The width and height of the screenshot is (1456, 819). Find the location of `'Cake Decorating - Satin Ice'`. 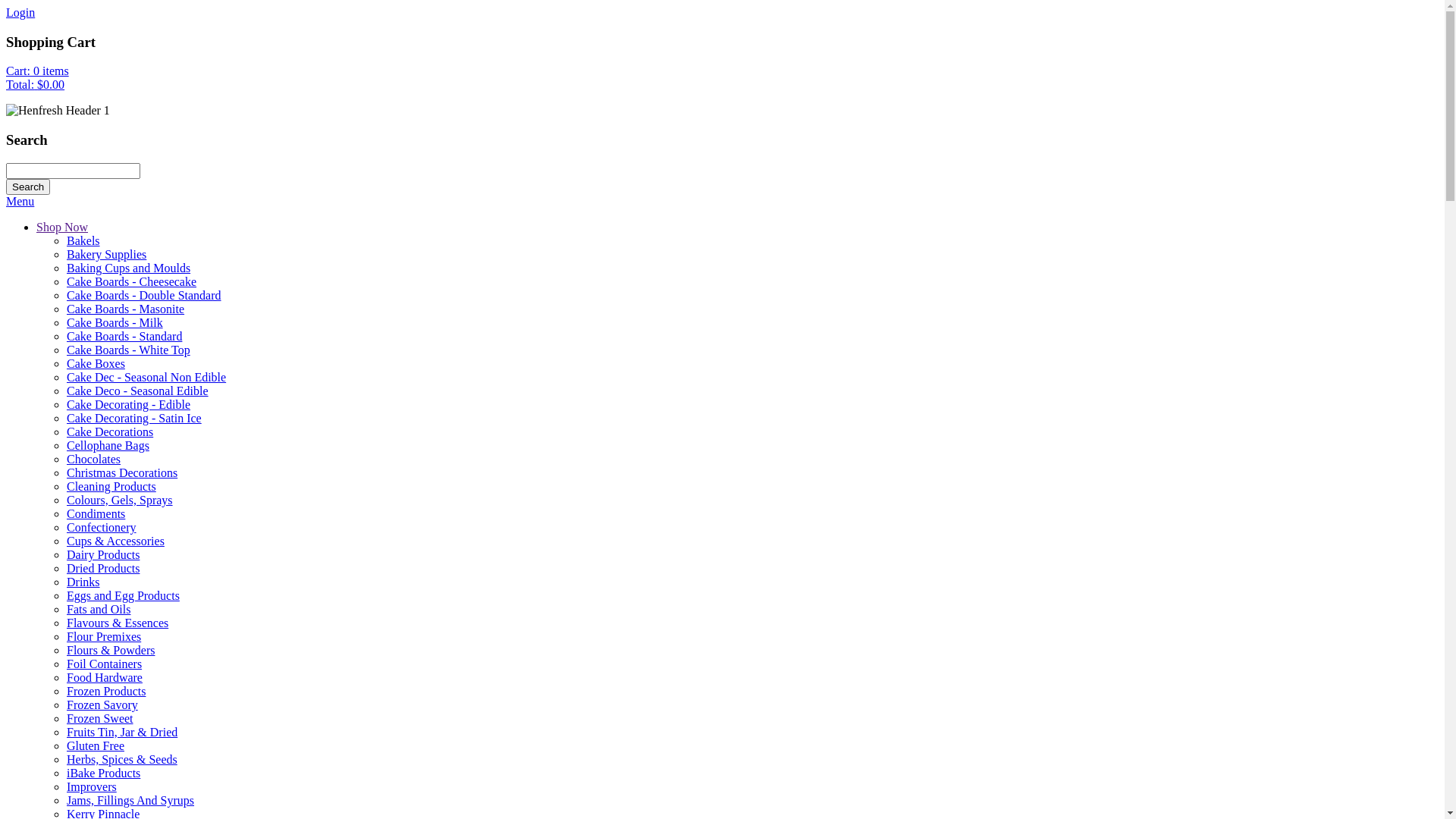

'Cake Decorating - Satin Ice' is located at coordinates (134, 418).